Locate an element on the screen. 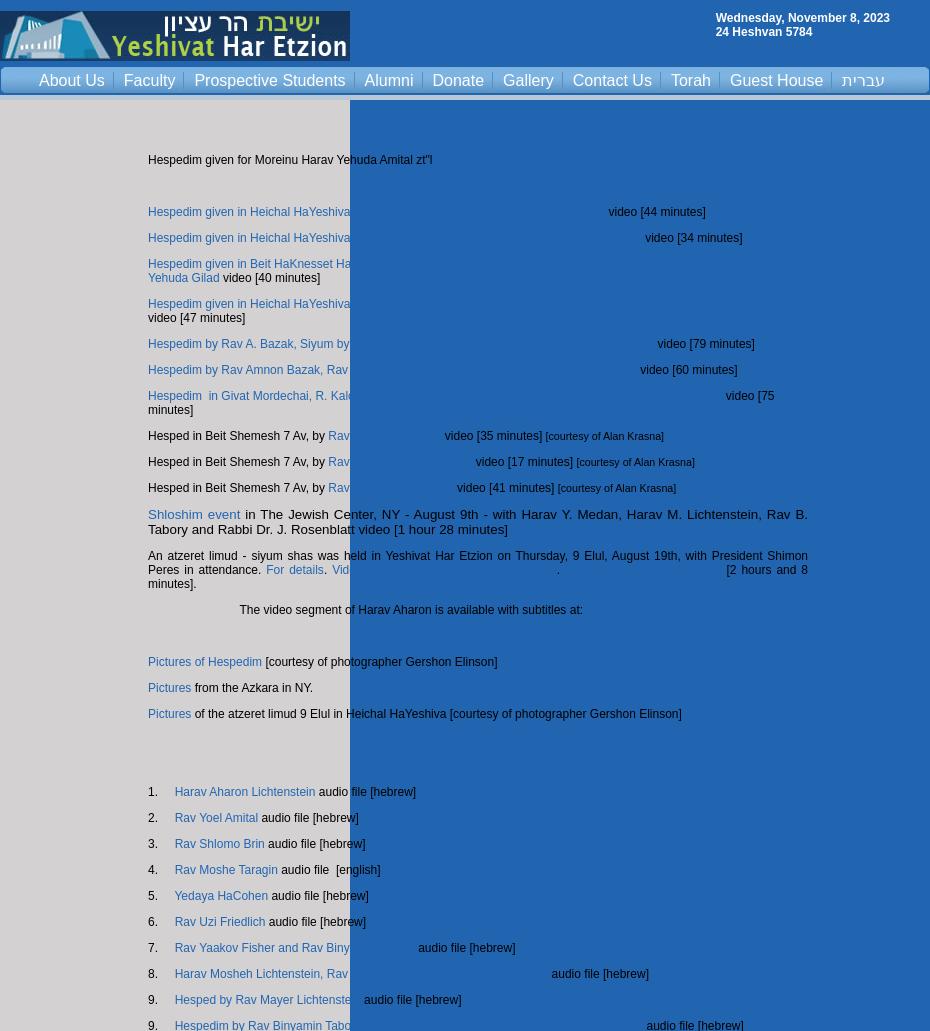  'Rav Mayer Lichtenstein' is located at coordinates (390, 487).